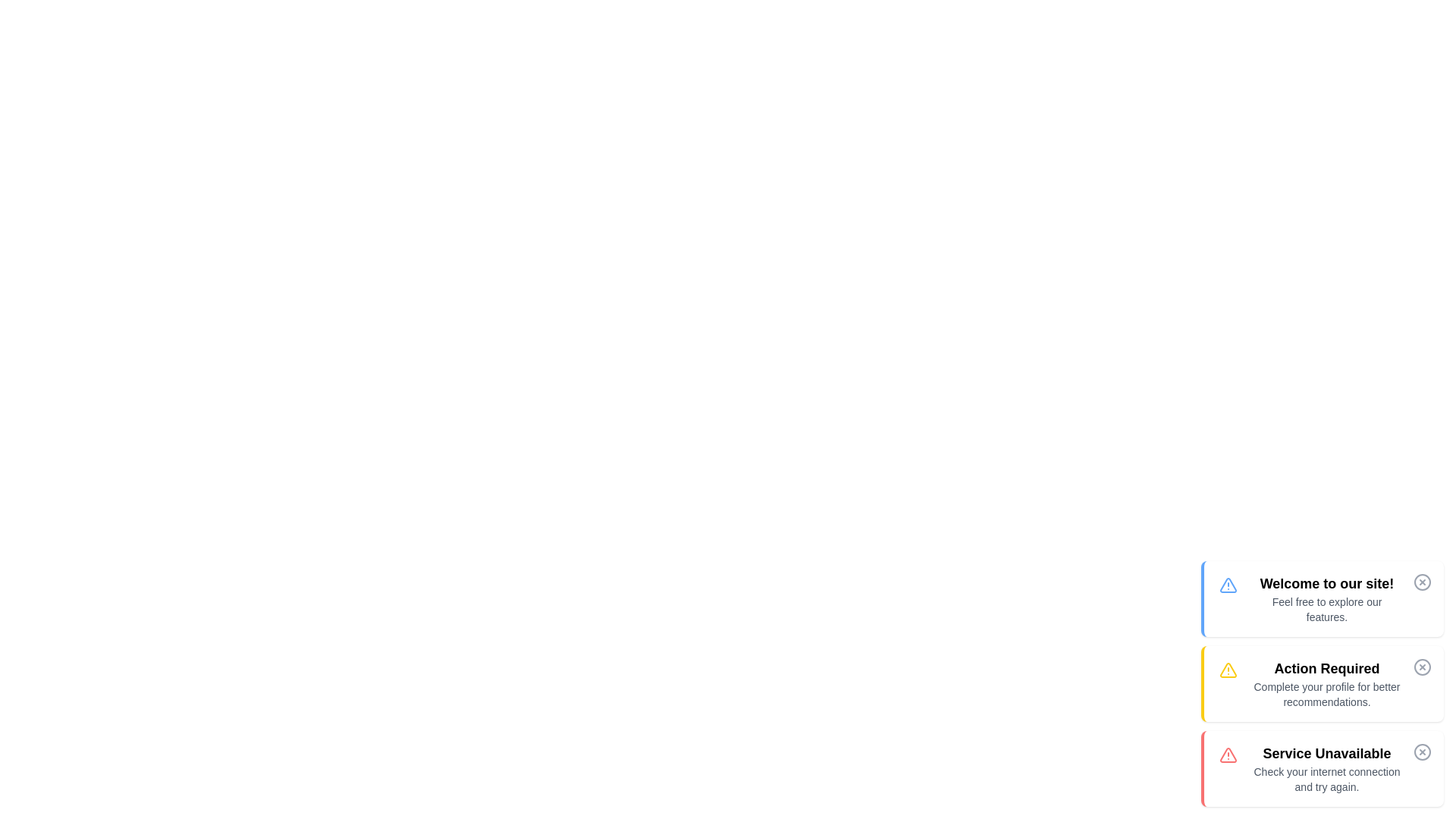 The image size is (1456, 819). What do you see at coordinates (1422, 752) in the screenshot?
I see `the circular 'X' button in the top-right corner of the 'Service Unavailable' notification card` at bounding box center [1422, 752].